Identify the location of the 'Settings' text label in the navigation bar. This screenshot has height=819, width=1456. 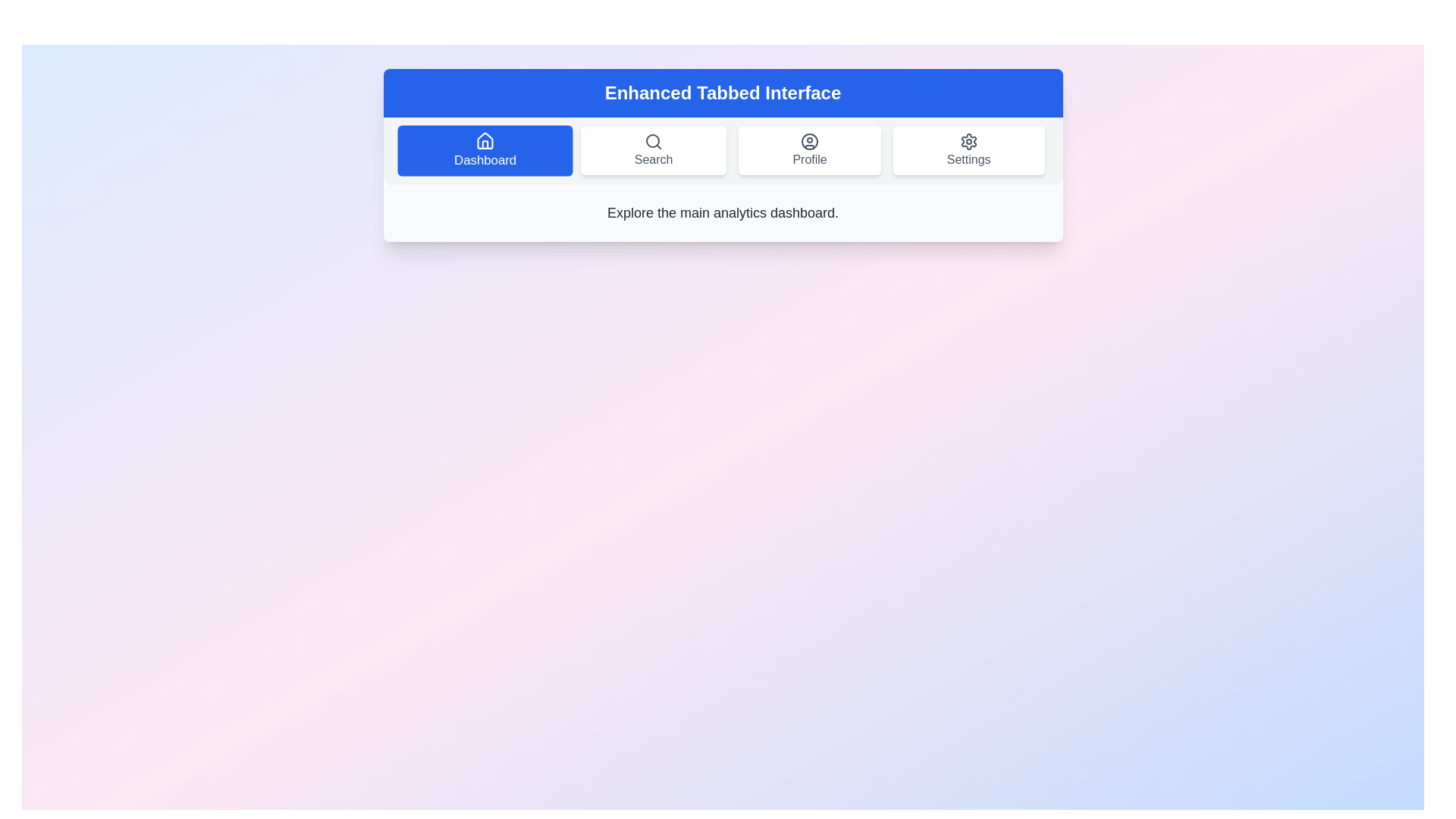
(968, 160).